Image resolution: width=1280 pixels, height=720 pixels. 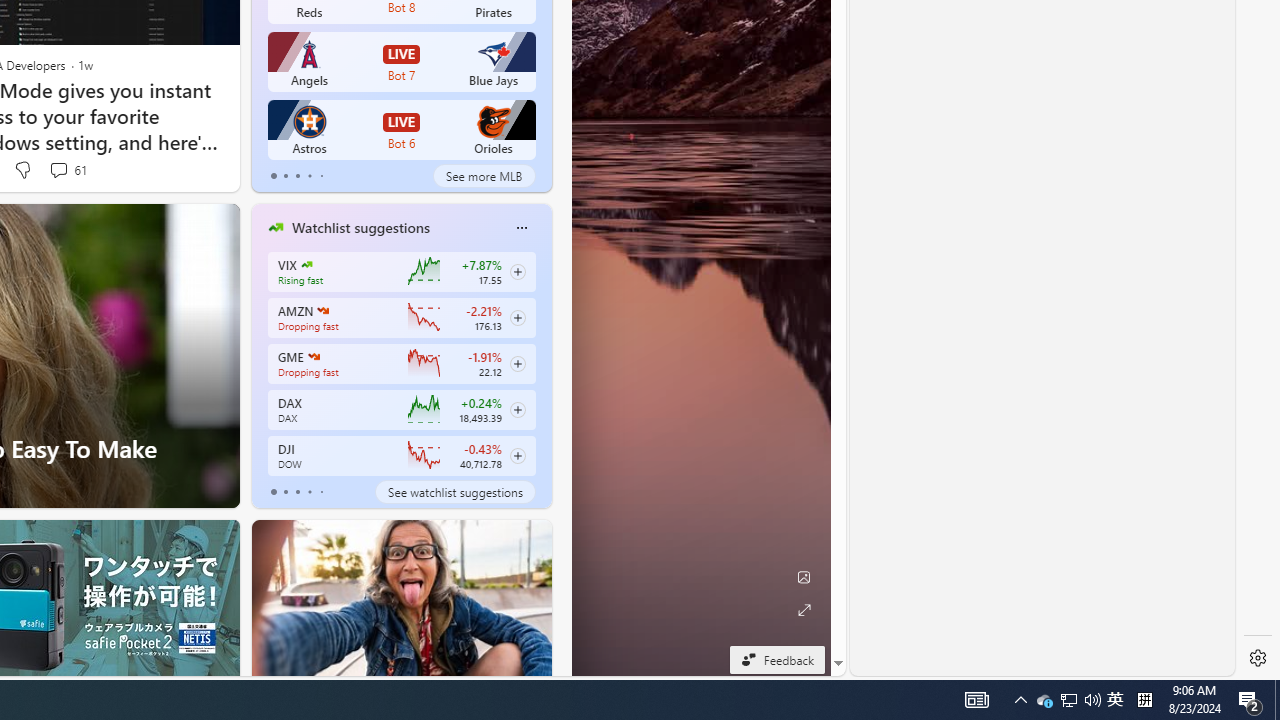 What do you see at coordinates (521, 226) in the screenshot?
I see `'More options'` at bounding box center [521, 226].